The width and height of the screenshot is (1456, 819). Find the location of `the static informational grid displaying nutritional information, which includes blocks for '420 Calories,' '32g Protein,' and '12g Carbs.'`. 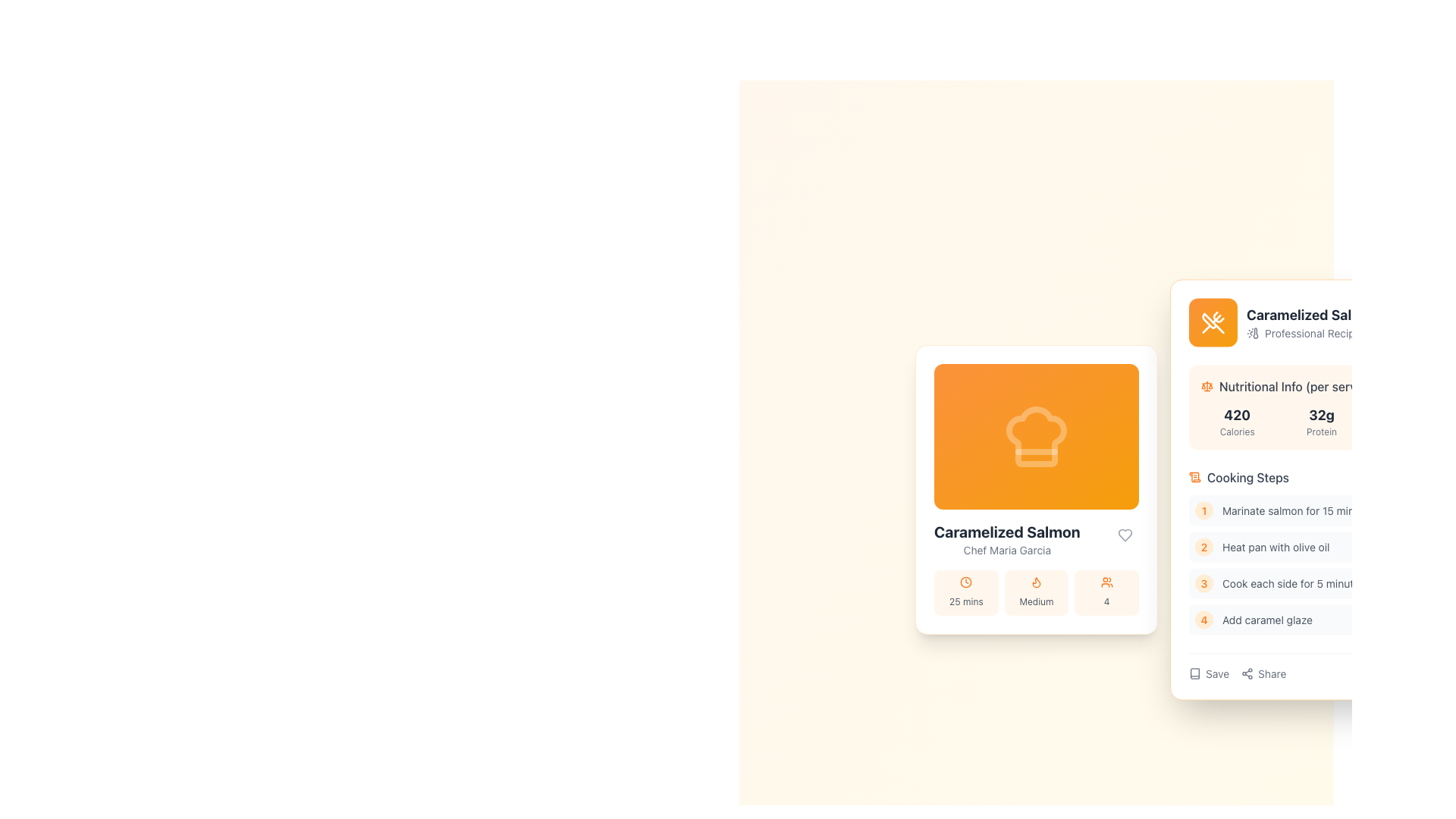

the static informational grid displaying nutritional information, which includes blocks for '420 Calories,' '32g Protein,' and '12g Carbs.' is located at coordinates (1320, 421).